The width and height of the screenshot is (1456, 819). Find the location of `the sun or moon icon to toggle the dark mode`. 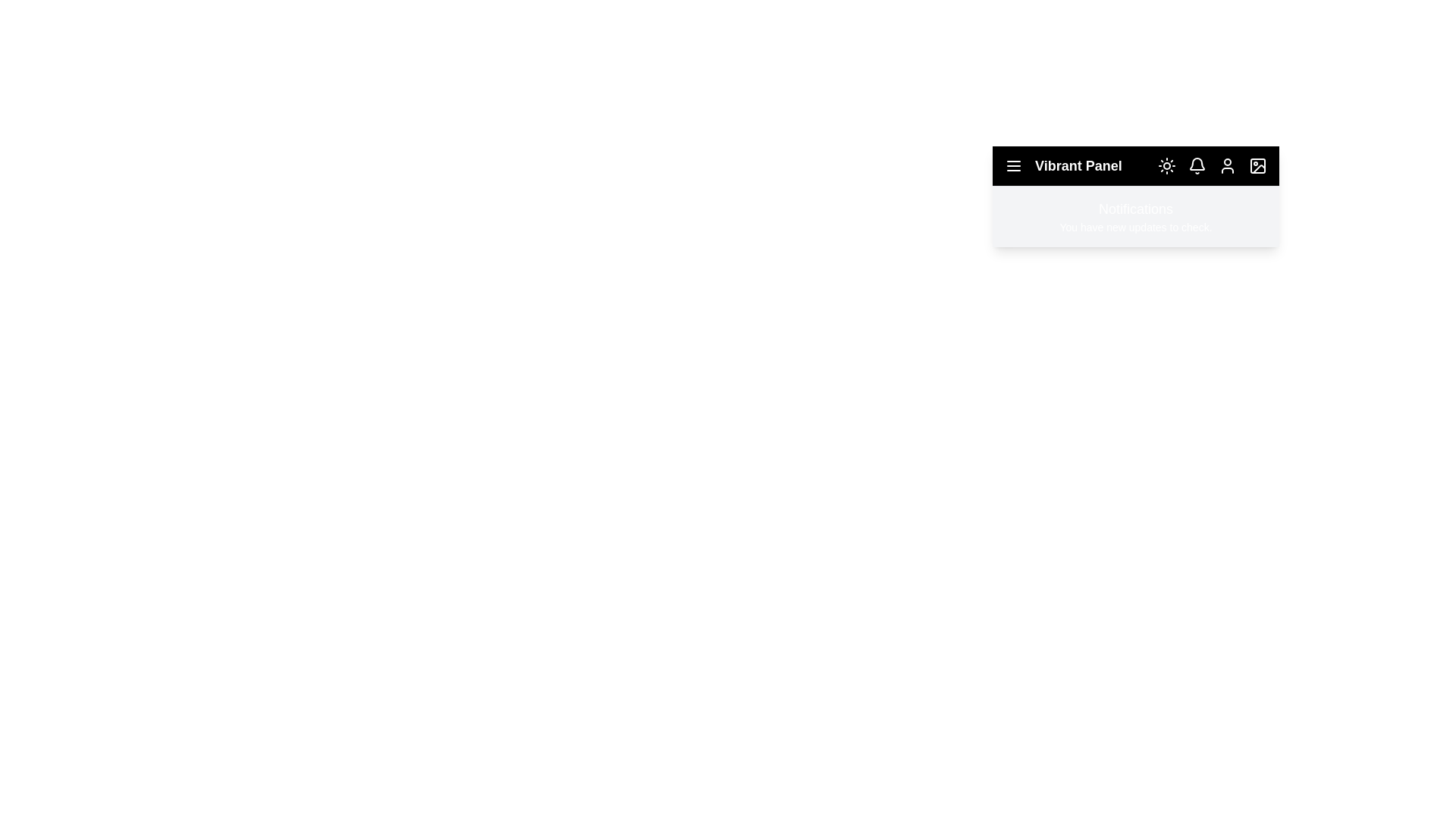

the sun or moon icon to toggle the dark mode is located at coordinates (1166, 166).